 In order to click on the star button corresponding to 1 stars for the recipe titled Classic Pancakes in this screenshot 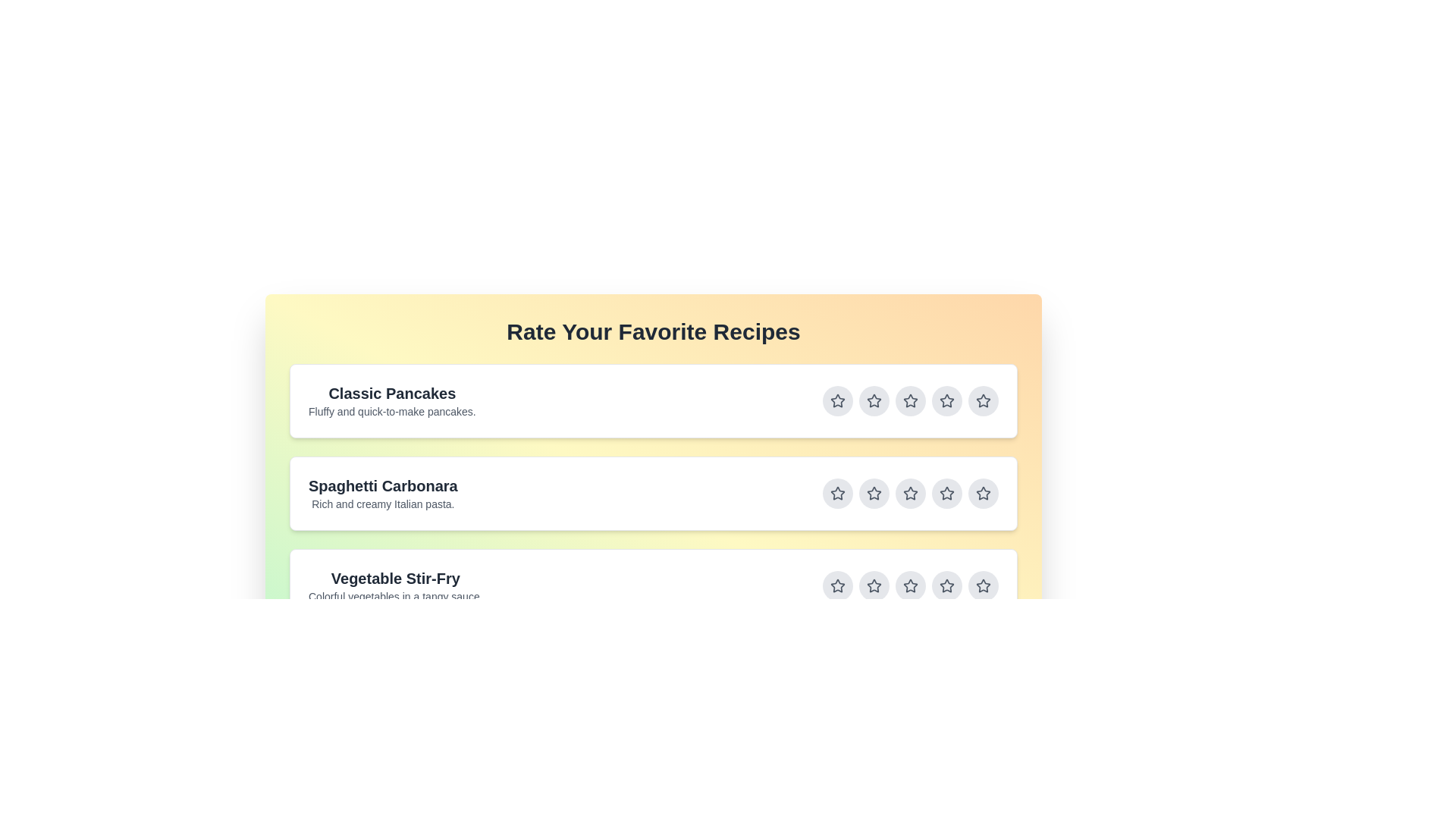, I will do `click(836, 400)`.